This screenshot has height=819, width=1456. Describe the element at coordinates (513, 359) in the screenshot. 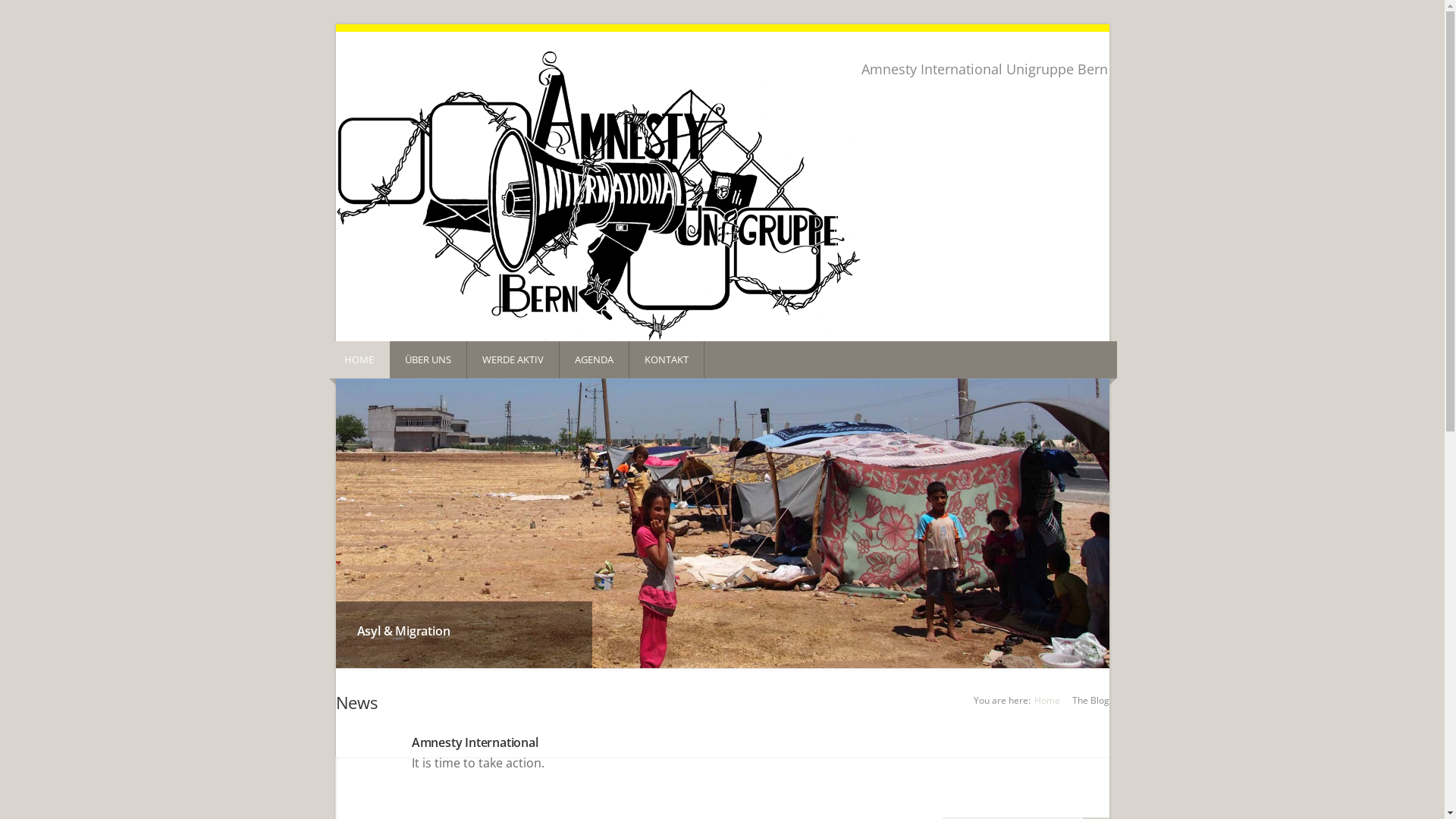

I see `'WERDE AKTIV'` at that location.